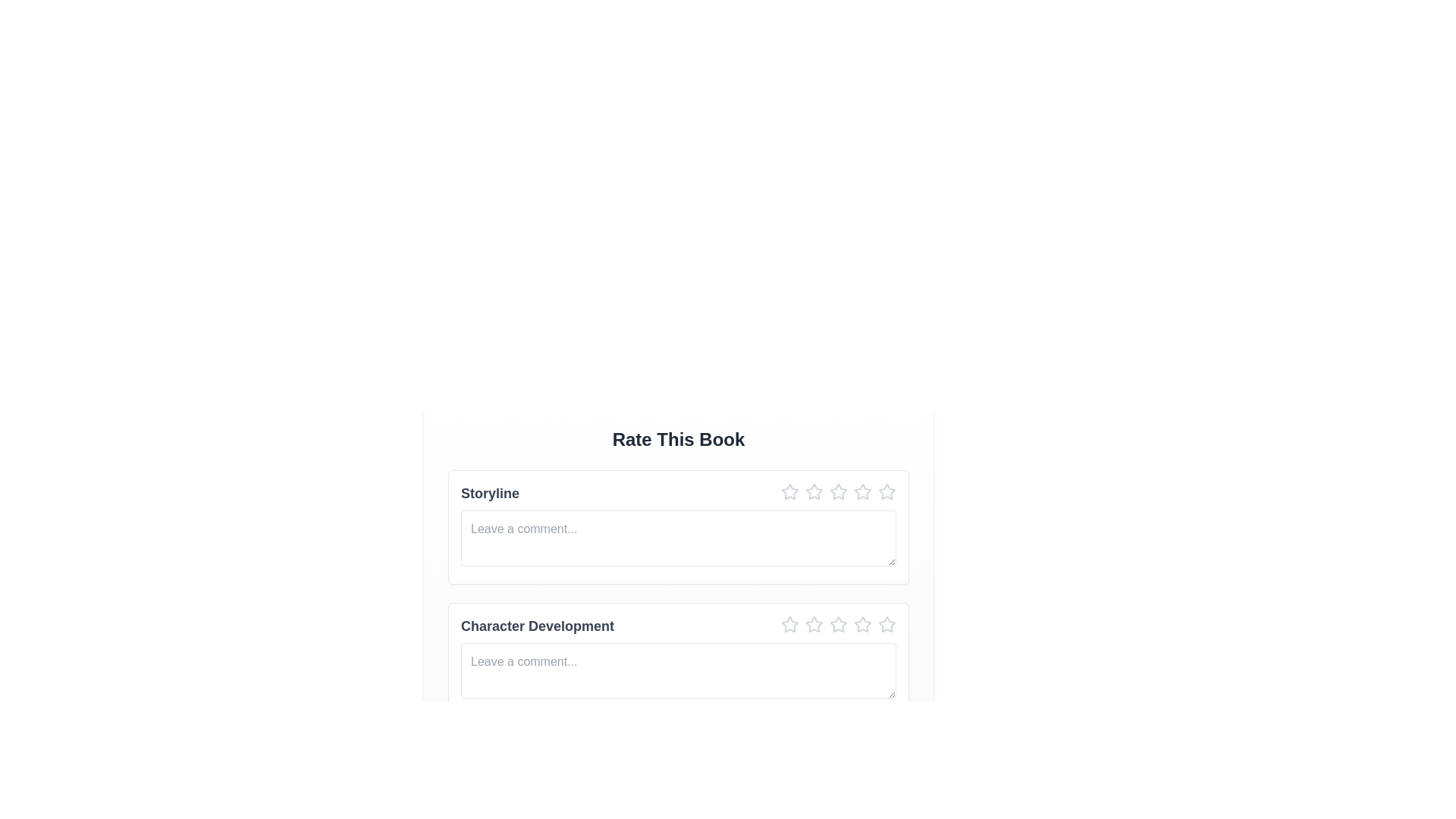 The image size is (1456, 819). What do you see at coordinates (887, 491) in the screenshot?
I see `the fifth star-shaped icon button` at bounding box center [887, 491].